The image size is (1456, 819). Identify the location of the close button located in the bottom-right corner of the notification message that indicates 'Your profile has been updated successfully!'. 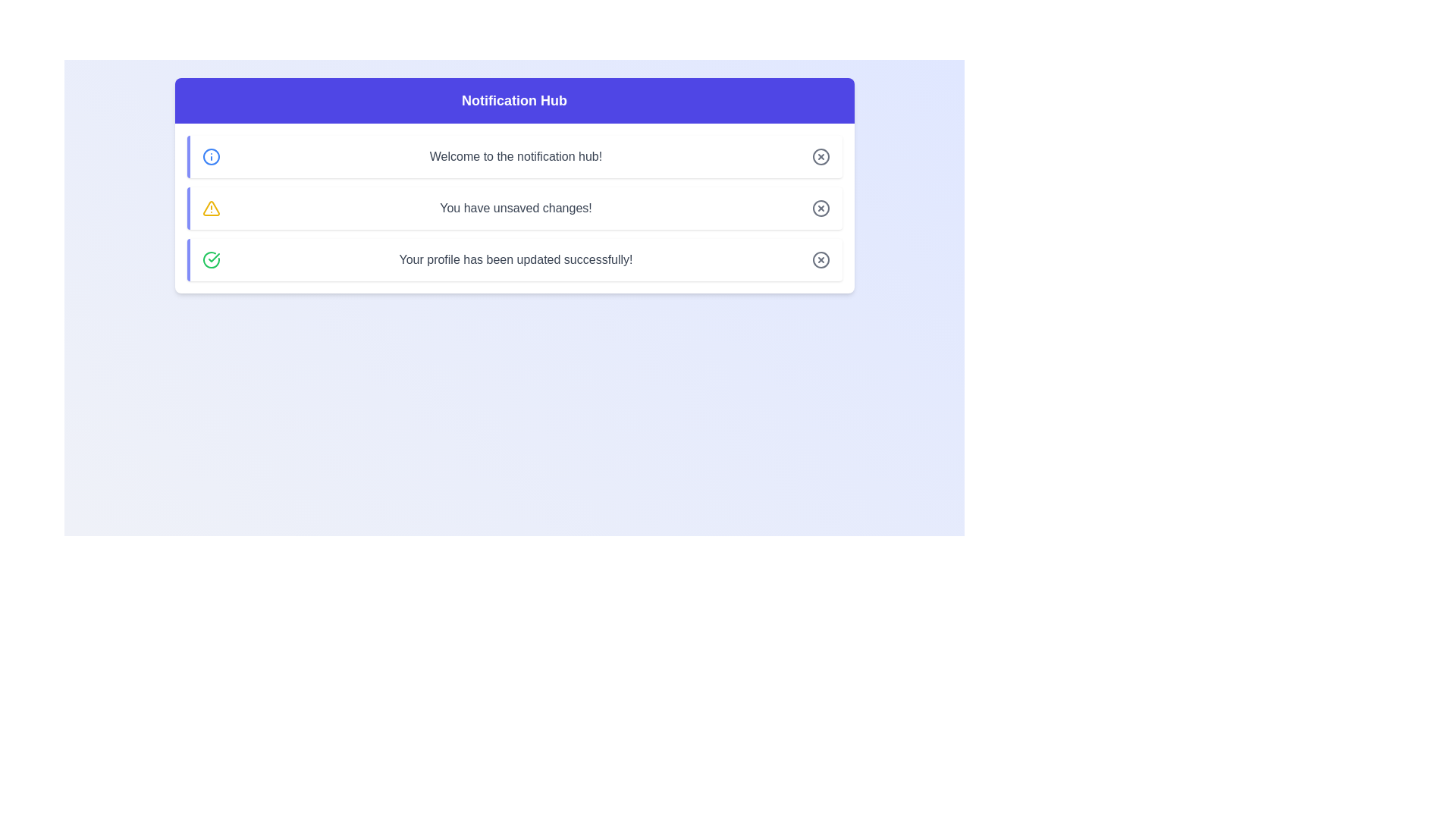
(820, 259).